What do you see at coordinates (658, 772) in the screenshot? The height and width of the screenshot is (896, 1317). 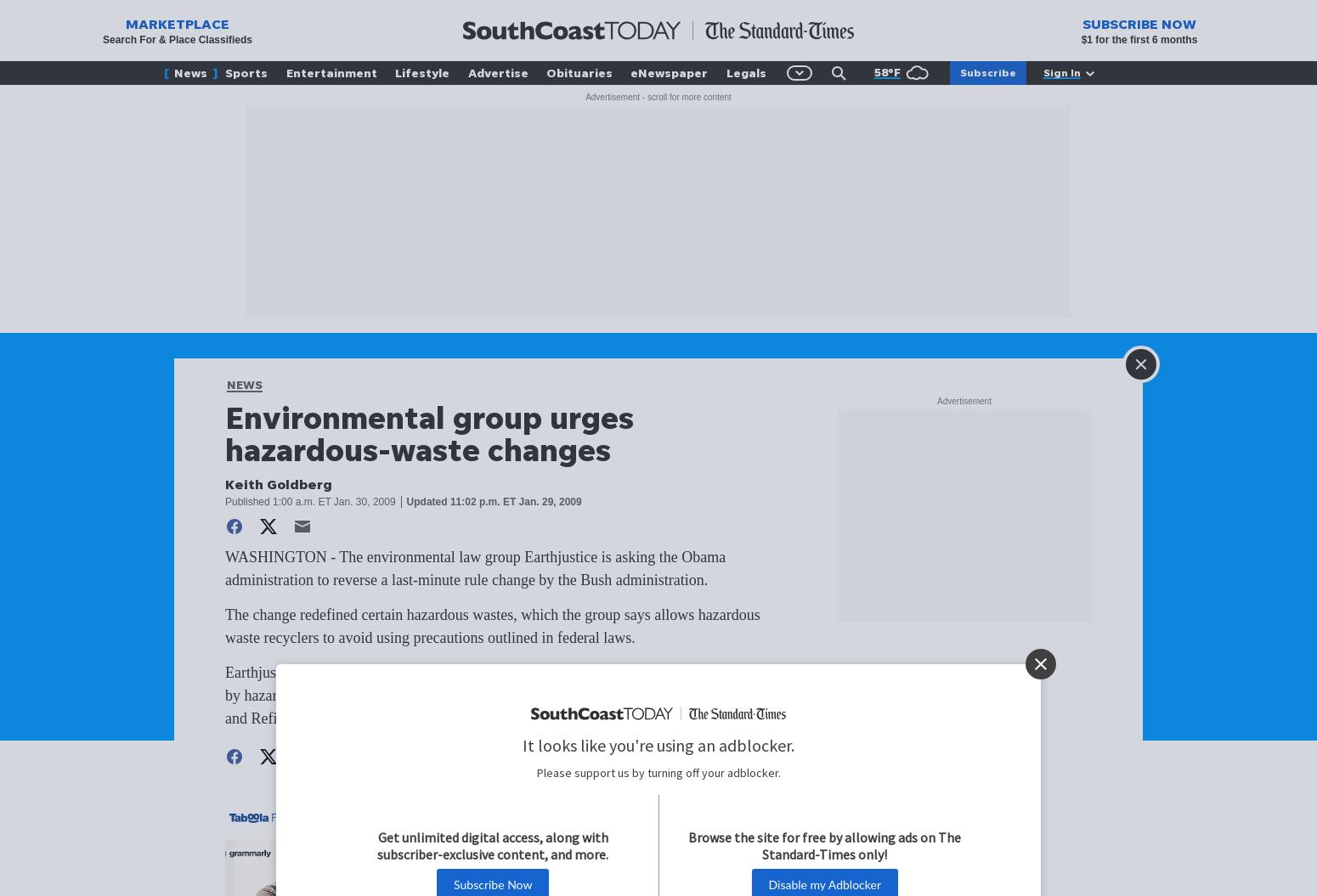 I see `'Please support us by turning off your adblocker.'` at bounding box center [658, 772].